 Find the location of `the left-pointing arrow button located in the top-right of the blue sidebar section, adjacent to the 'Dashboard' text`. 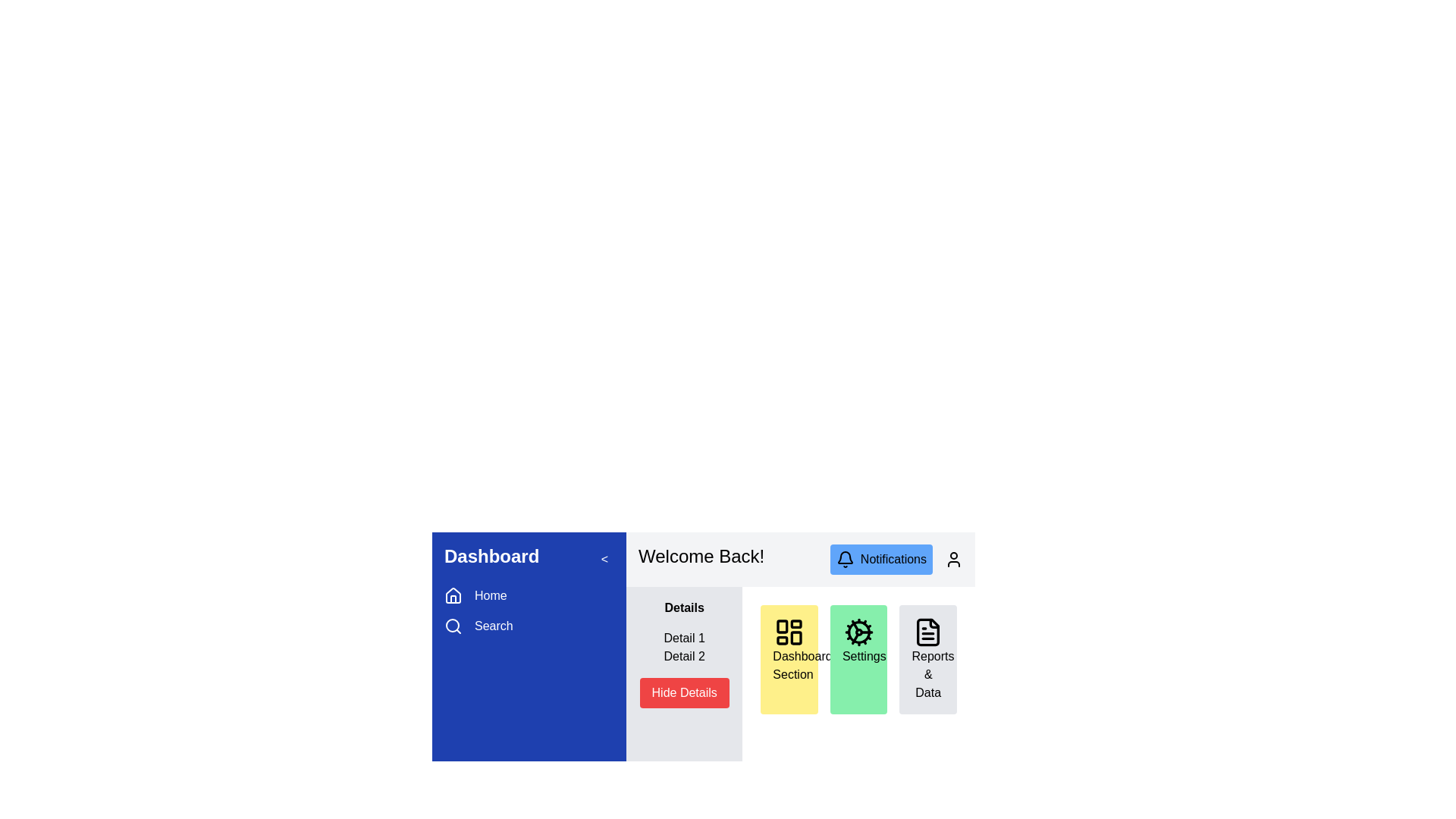

the left-pointing arrow button located in the top-right of the blue sidebar section, adjacent to the 'Dashboard' text is located at coordinates (604, 559).